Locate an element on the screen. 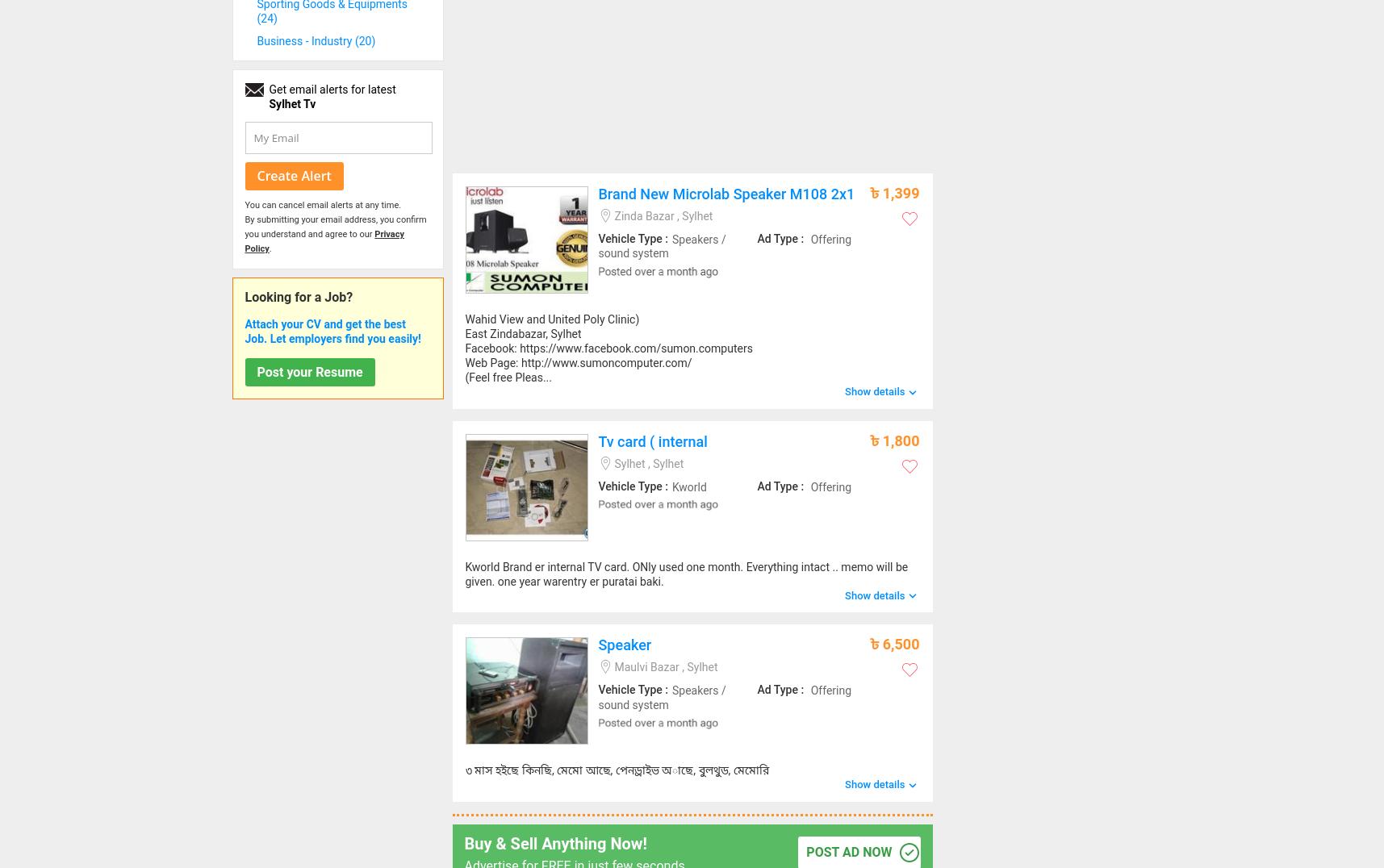  'Kworld' is located at coordinates (688, 486).